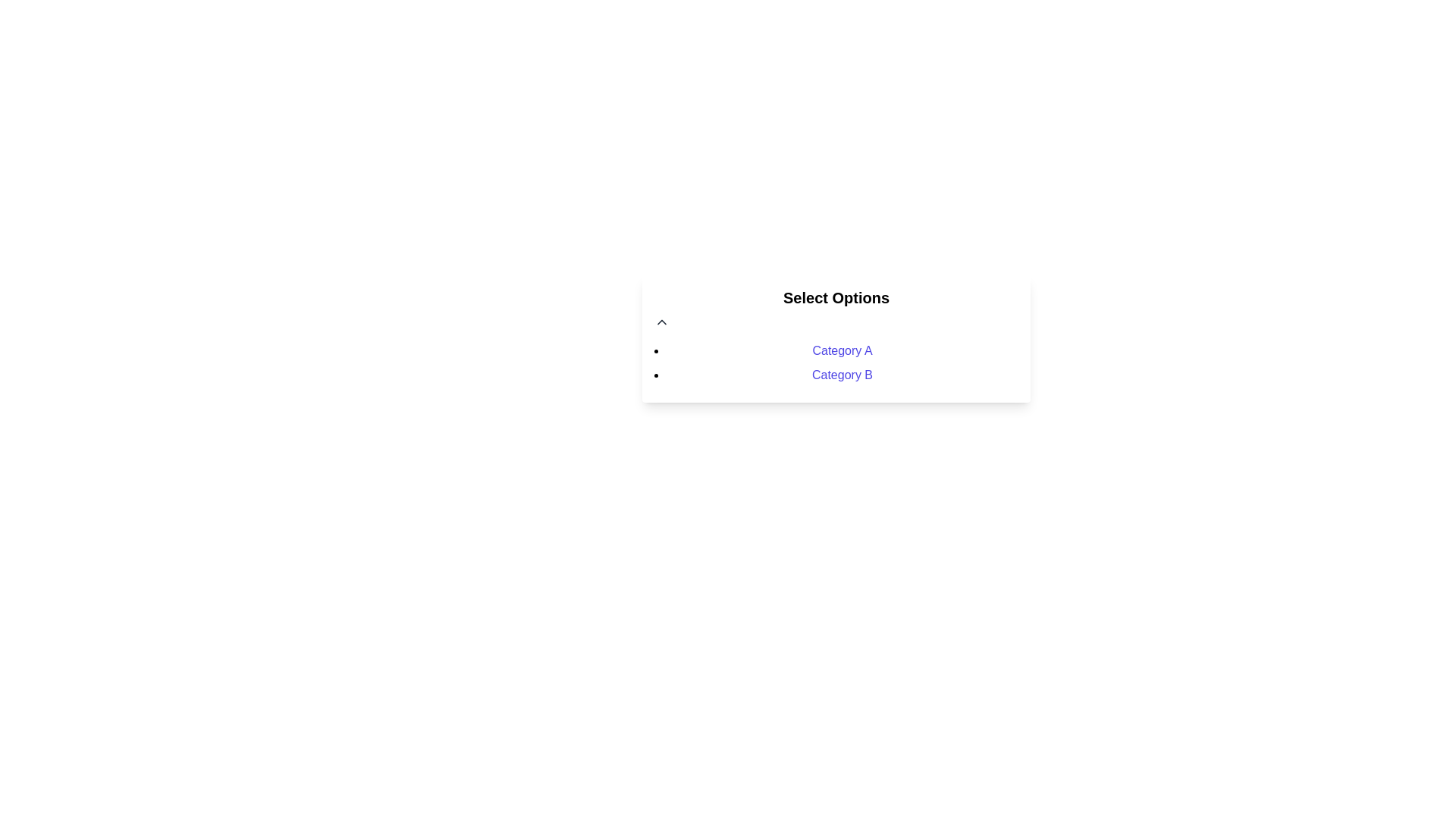 The image size is (1456, 819). I want to click on the hyperlinked text labeled 'Category B' in the list, so click(841, 375).